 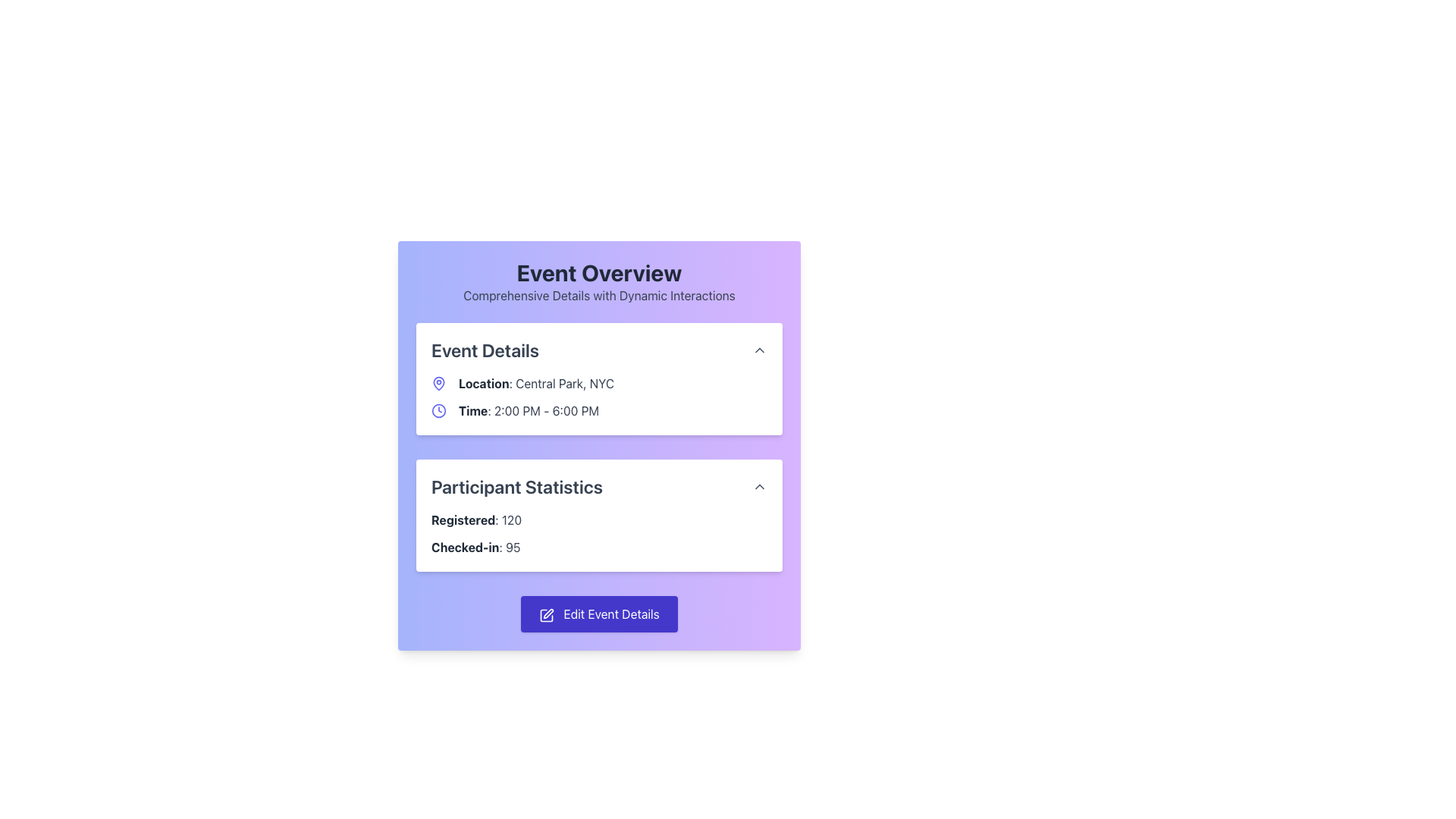 What do you see at coordinates (463, 519) in the screenshot?
I see `the bold text label that says 'Registered' in dark gray, located in the participant statistics section adjacent to the number '120'` at bounding box center [463, 519].